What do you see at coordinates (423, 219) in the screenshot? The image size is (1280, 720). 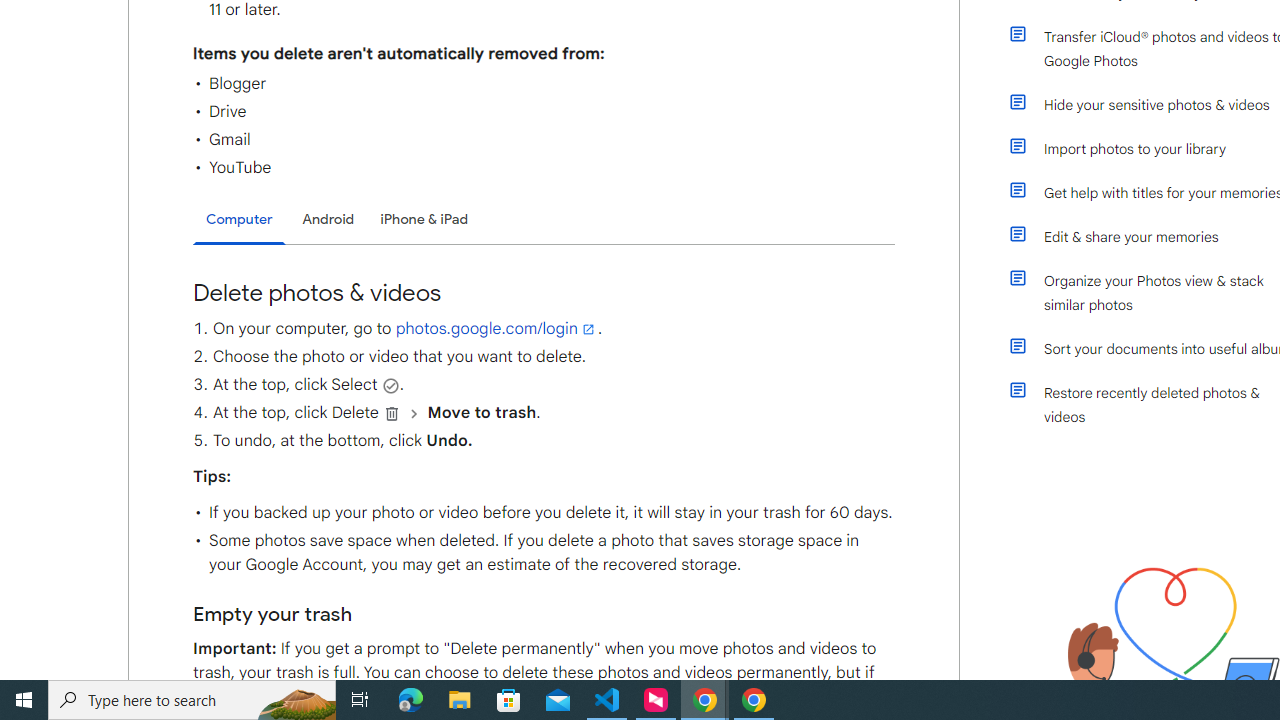 I see `'iPhone & iPad'` at bounding box center [423, 219].